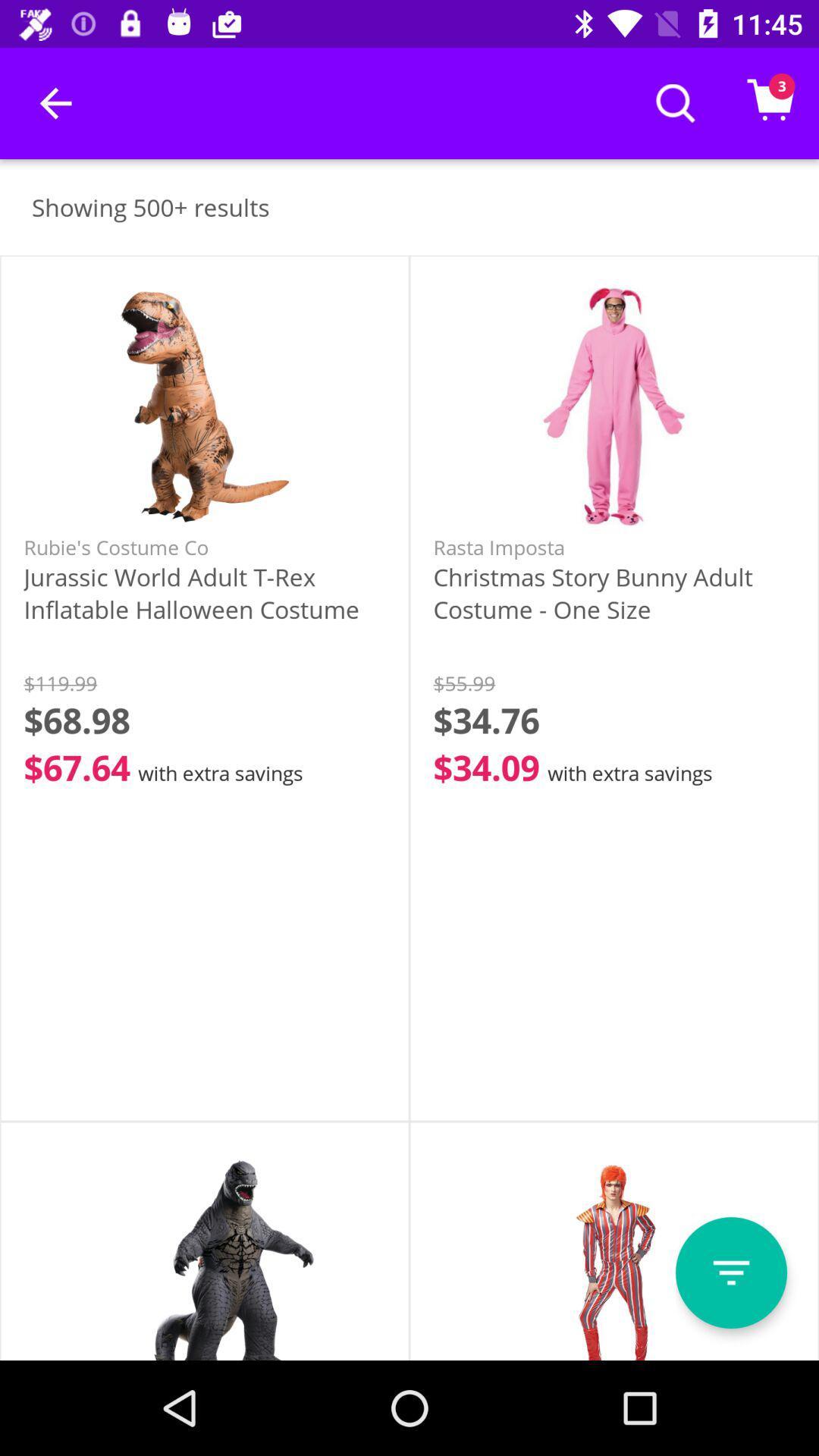 This screenshot has height=1456, width=819. Describe the element at coordinates (55, 102) in the screenshot. I see `the icon above the showing 500+ results` at that location.